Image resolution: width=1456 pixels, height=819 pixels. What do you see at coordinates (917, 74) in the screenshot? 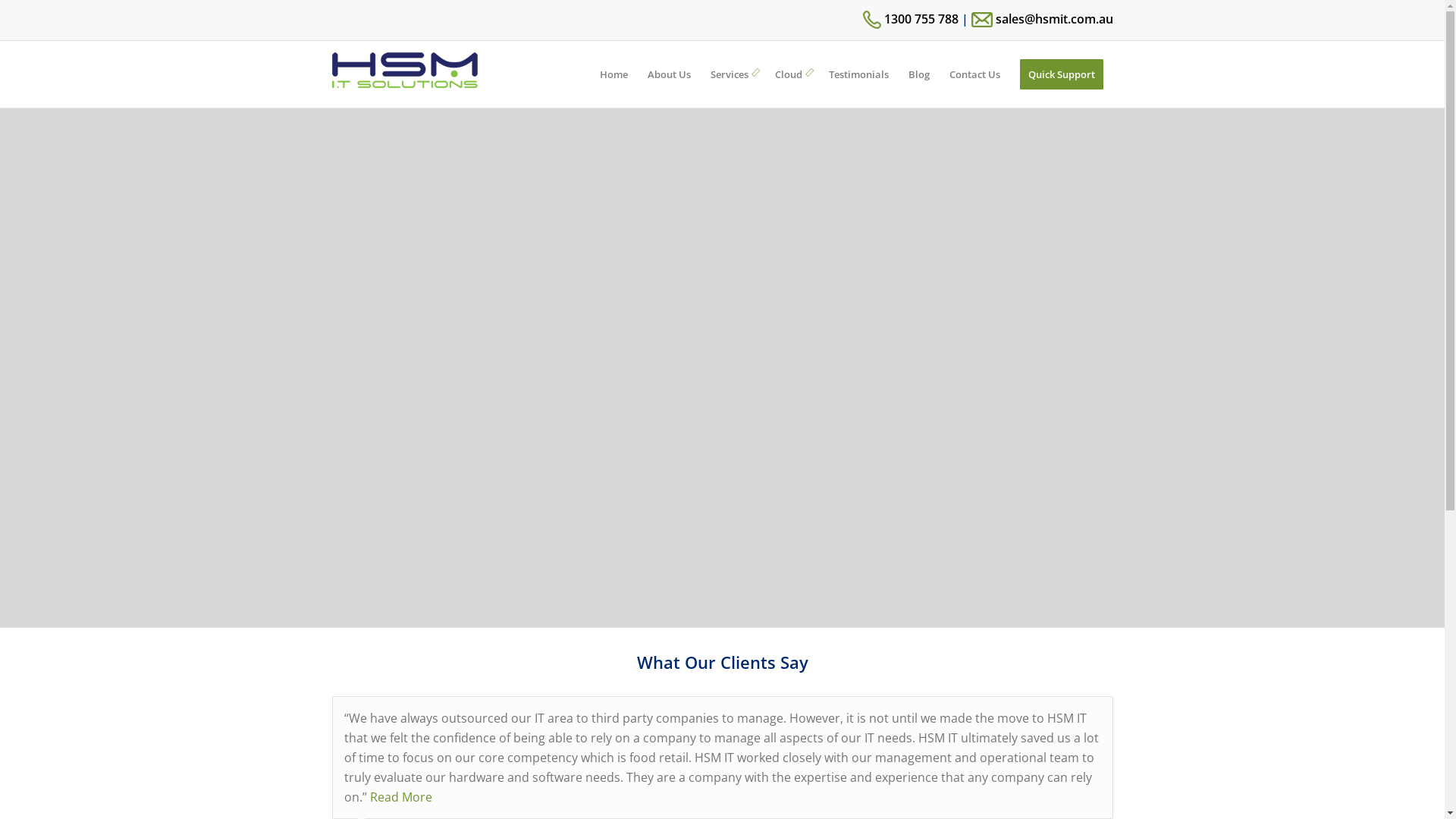
I see `'Blog'` at bounding box center [917, 74].